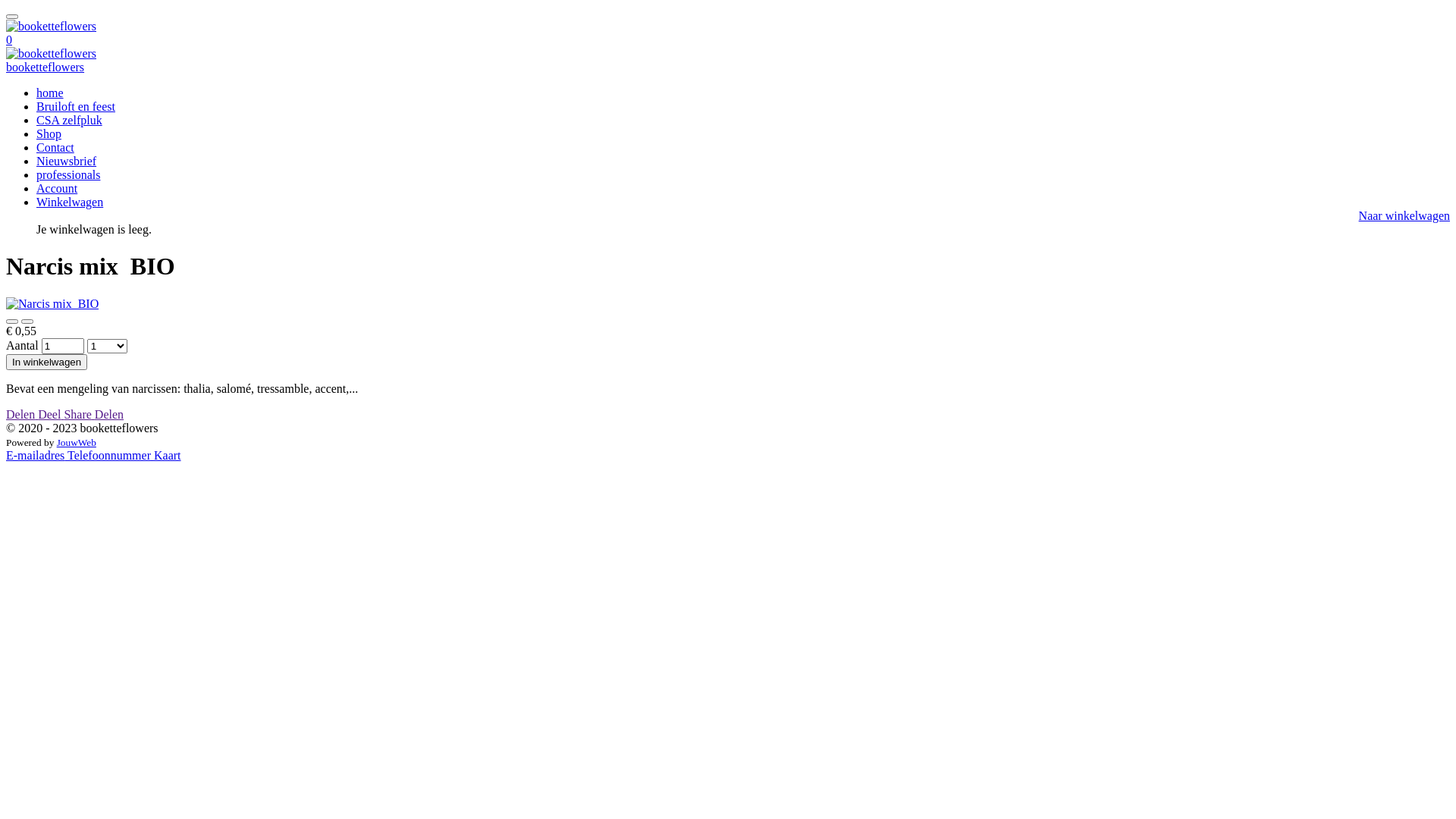  Describe the element at coordinates (108, 414) in the screenshot. I see `'Delen'` at that location.